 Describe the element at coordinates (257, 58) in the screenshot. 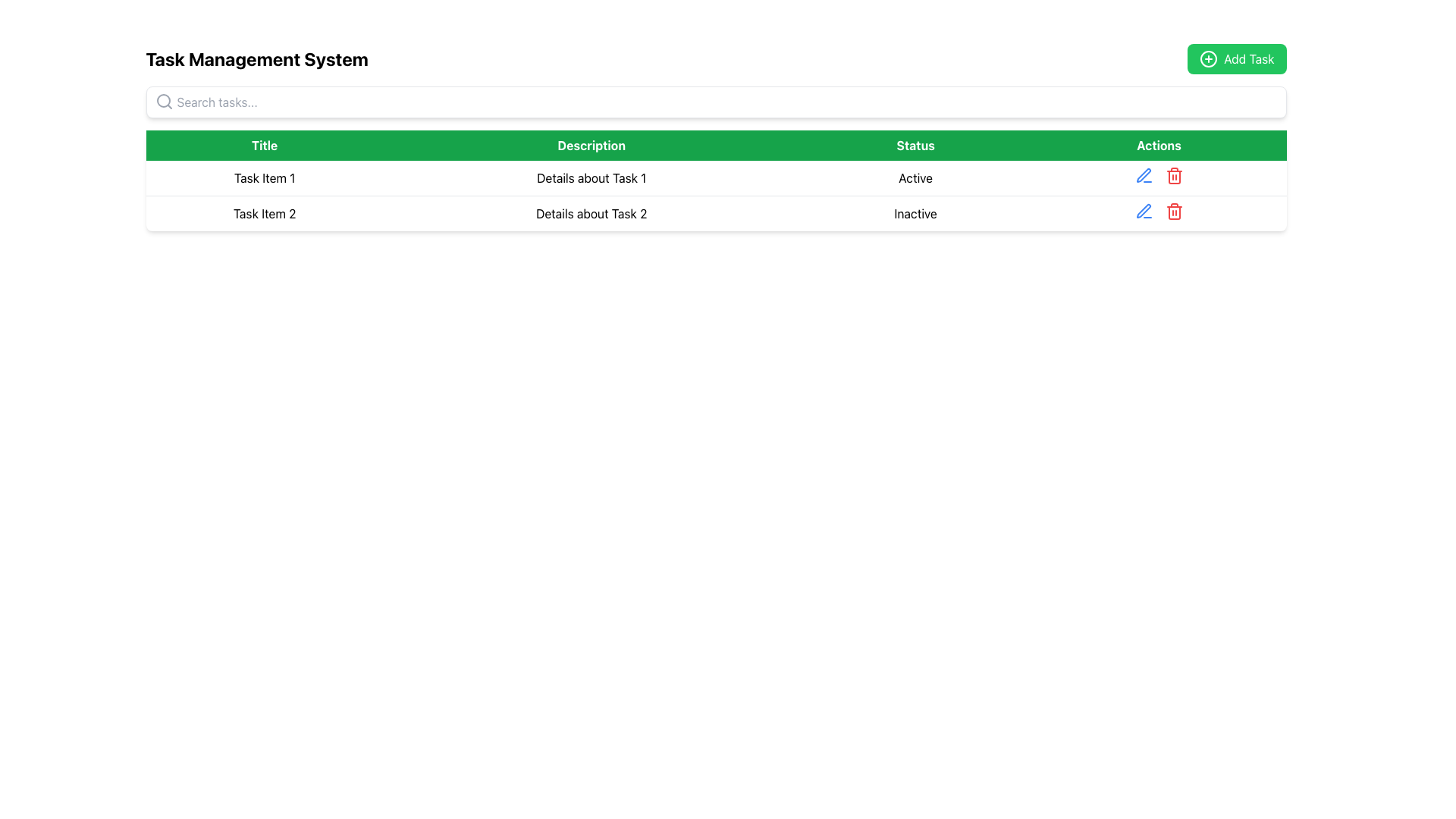

I see `the bold text label displaying 'Task Management System', which is positioned at the top-left of the interface, preceding the green 'Add Task' button` at that location.